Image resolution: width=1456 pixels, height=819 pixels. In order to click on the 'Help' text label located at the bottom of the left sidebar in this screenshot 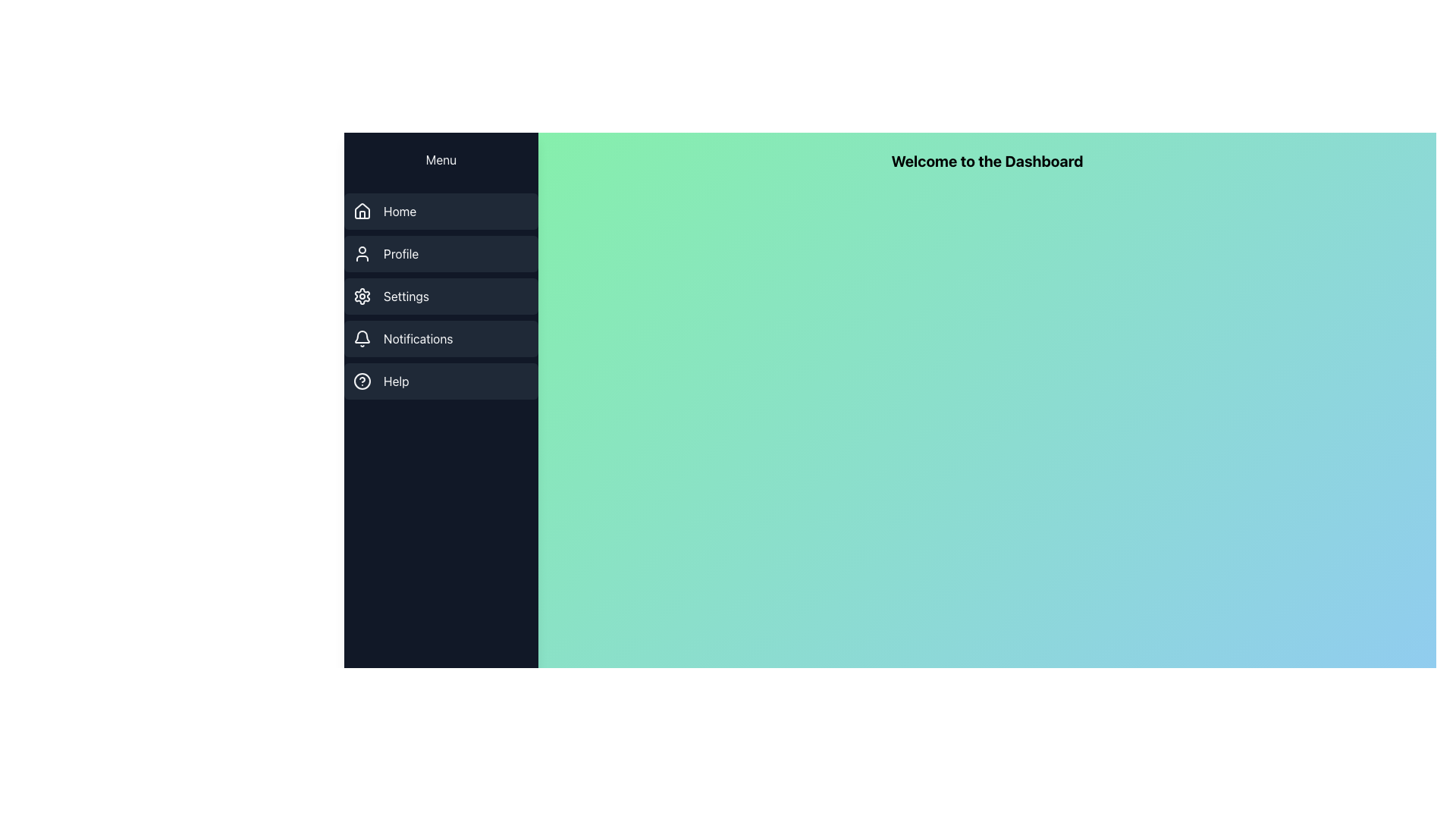, I will do `click(396, 380)`.